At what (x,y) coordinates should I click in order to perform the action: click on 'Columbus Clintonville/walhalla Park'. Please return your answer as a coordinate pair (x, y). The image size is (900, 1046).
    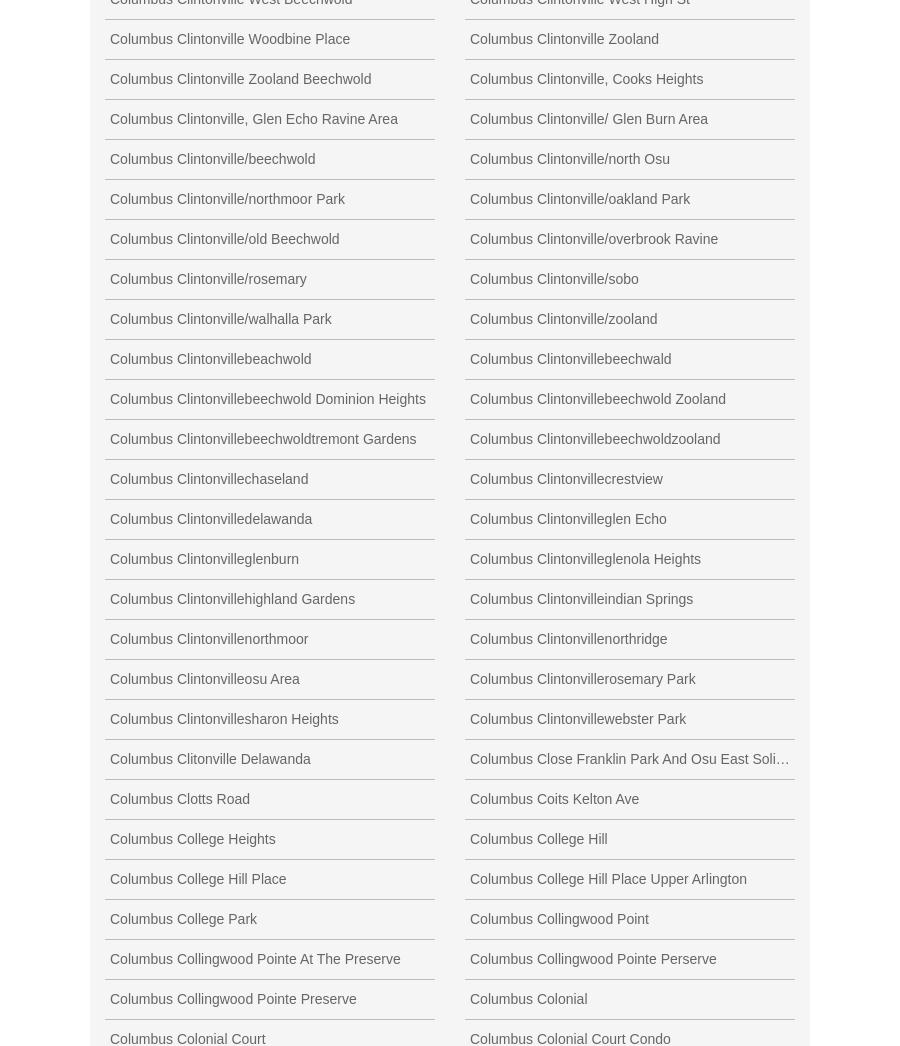
    Looking at the image, I should click on (220, 316).